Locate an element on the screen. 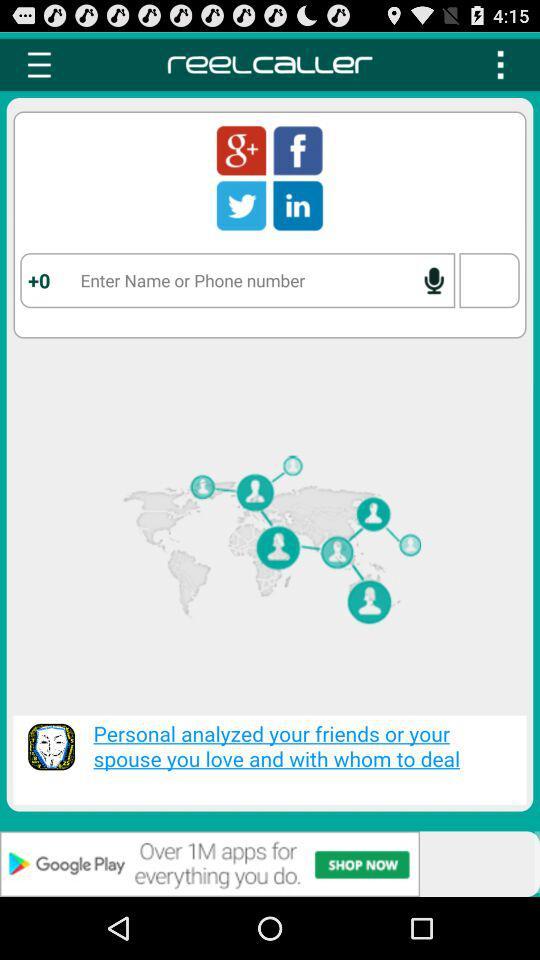 This screenshot has width=540, height=960. in is located at coordinates (297, 205).